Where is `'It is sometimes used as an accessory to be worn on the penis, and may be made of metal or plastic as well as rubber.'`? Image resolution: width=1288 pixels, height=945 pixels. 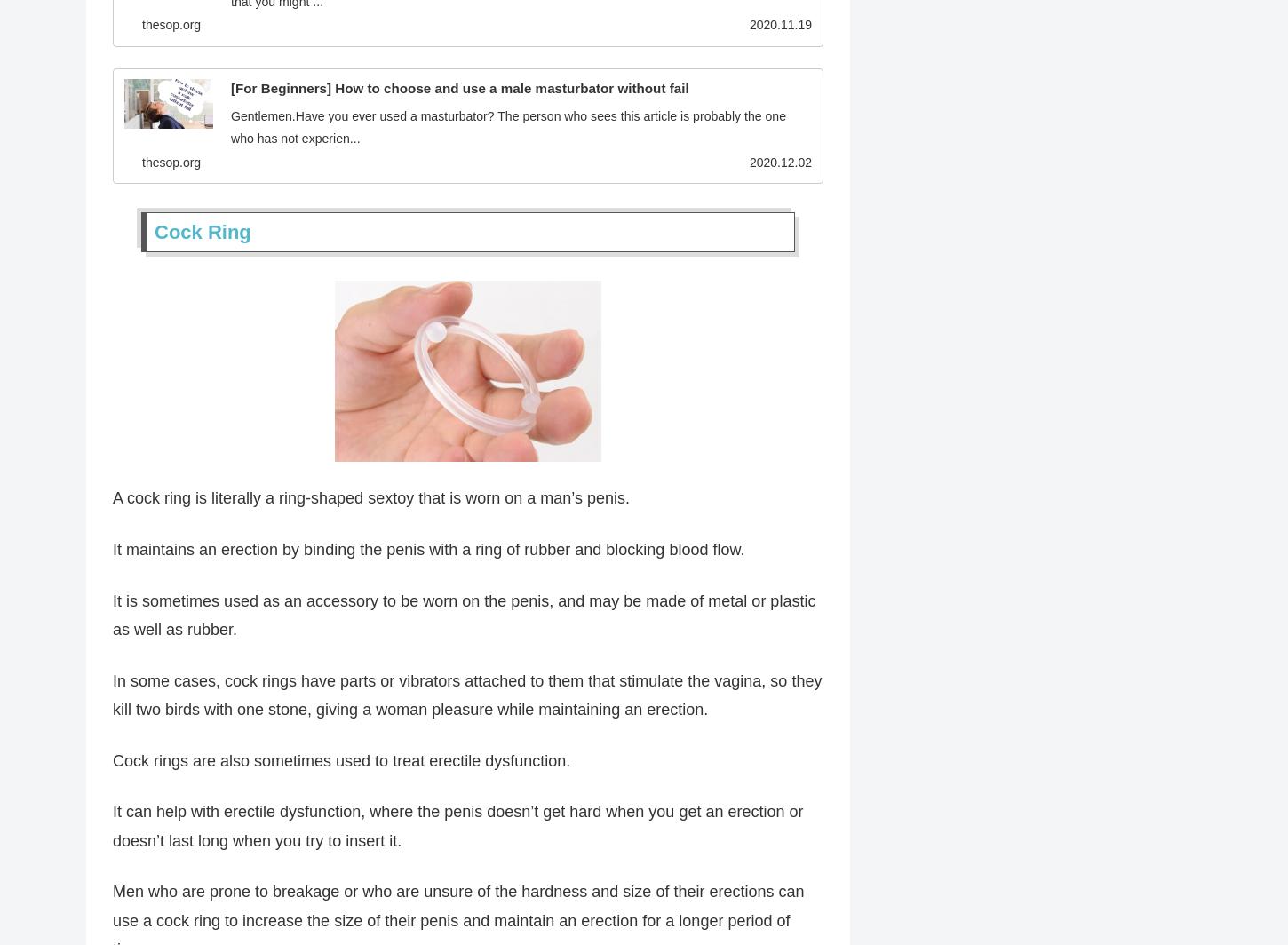 'It is sometimes used as an accessory to be worn on the penis, and may be made of metal or plastic as well as rubber.' is located at coordinates (112, 617).